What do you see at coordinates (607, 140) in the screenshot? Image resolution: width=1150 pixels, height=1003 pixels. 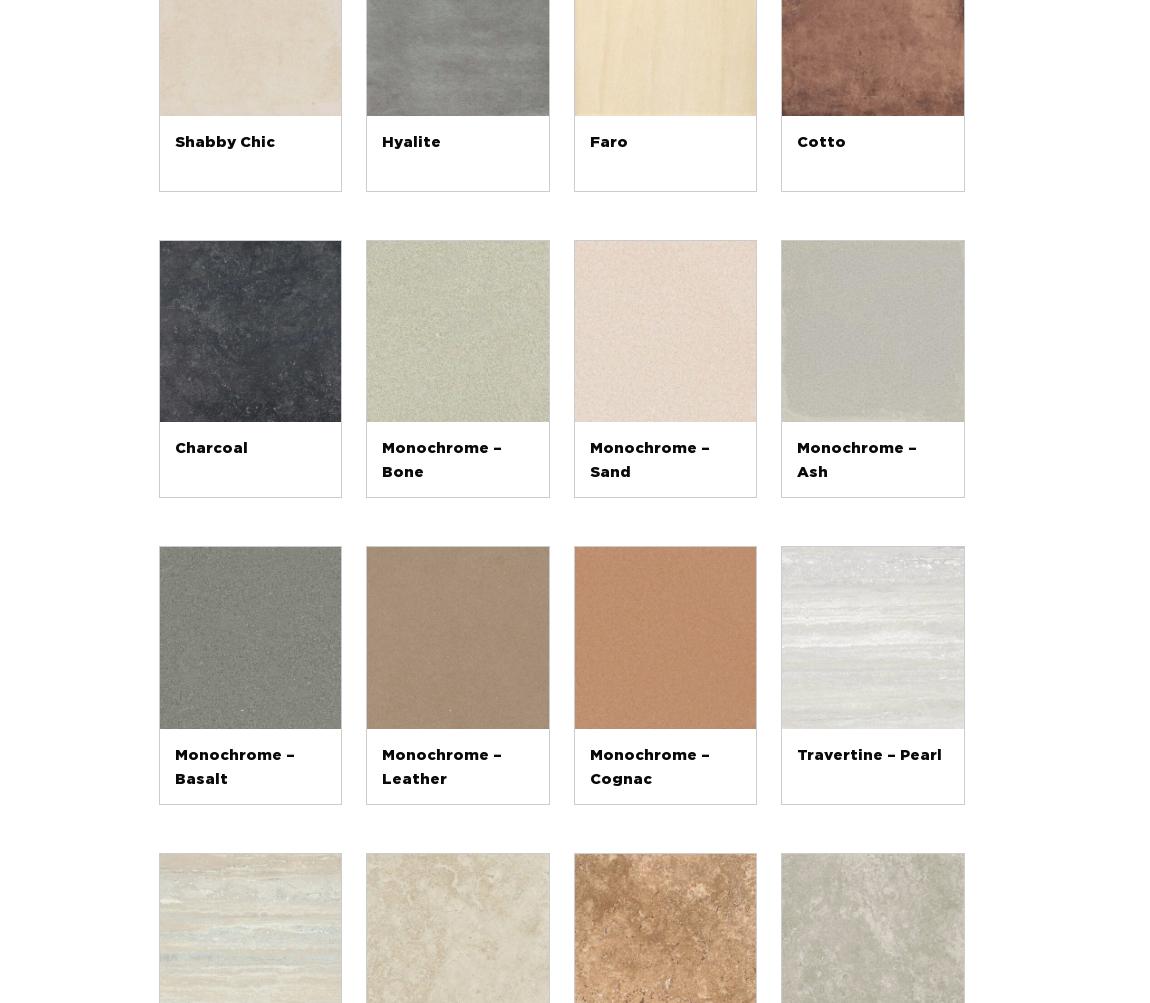 I see `'Faro'` at bounding box center [607, 140].